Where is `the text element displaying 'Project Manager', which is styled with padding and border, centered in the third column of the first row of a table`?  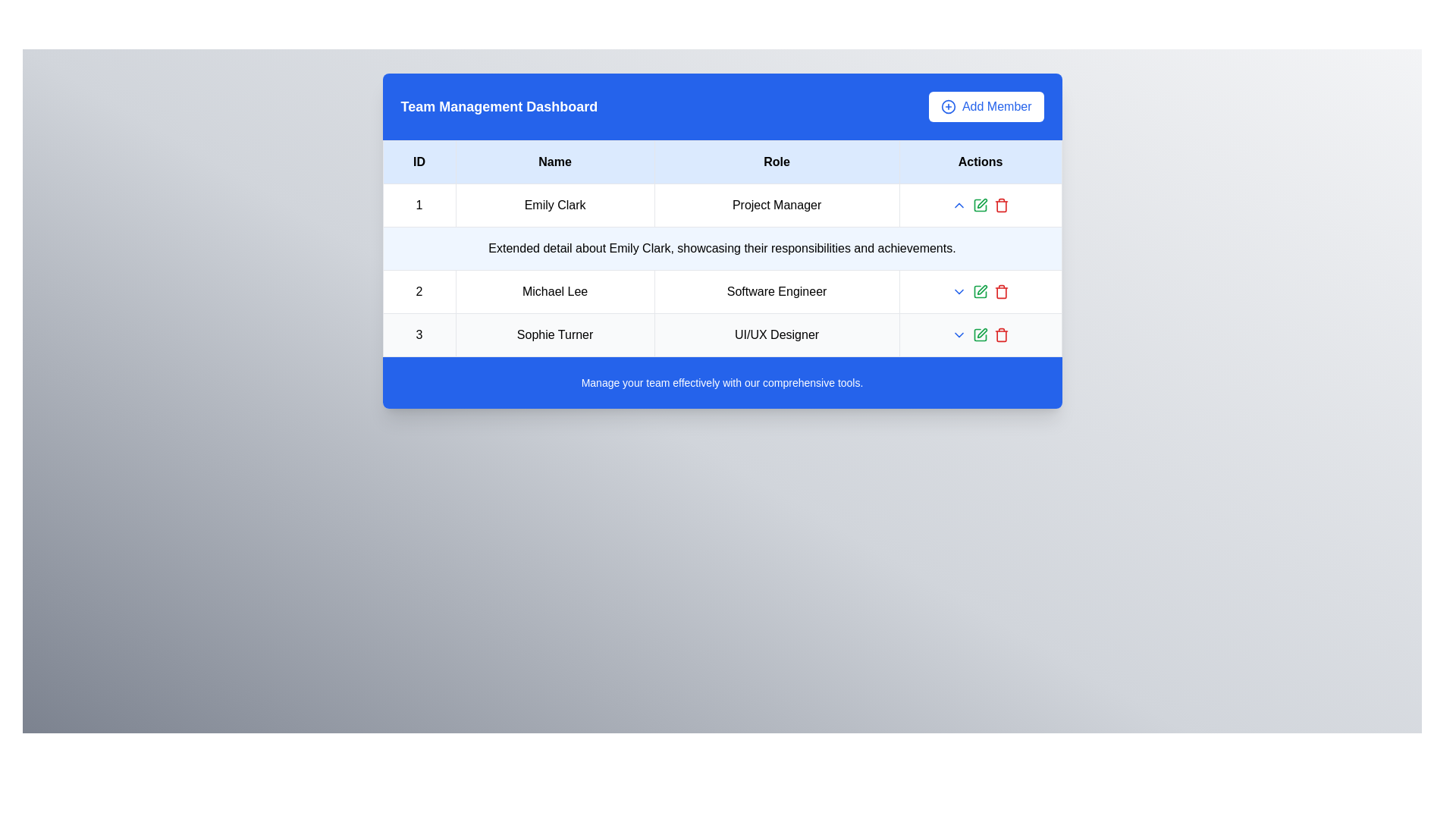 the text element displaying 'Project Manager', which is styled with padding and border, centered in the third column of the first row of a table is located at coordinates (777, 205).